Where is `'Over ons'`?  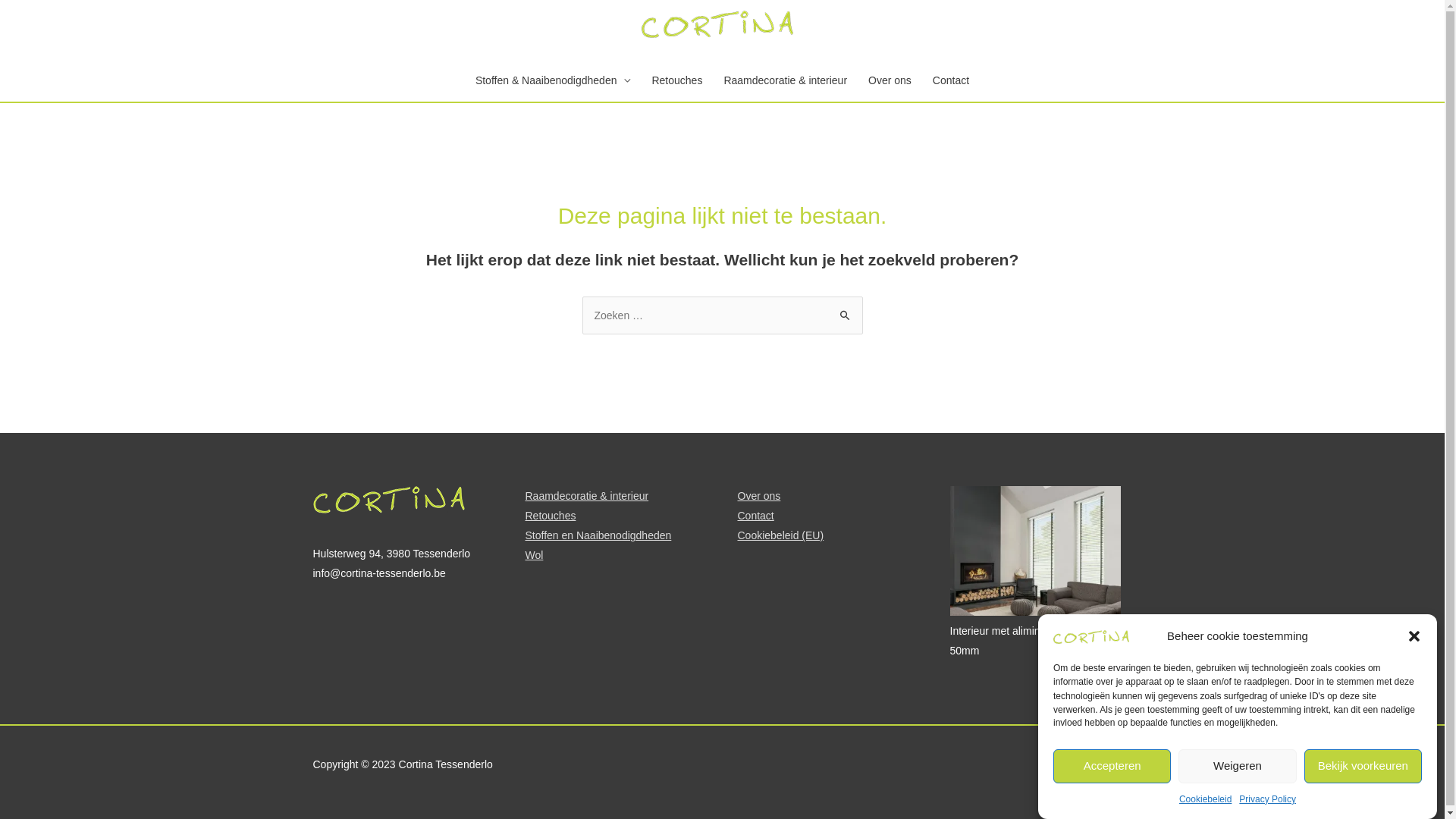 'Over ons' is located at coordinates (758, 496).